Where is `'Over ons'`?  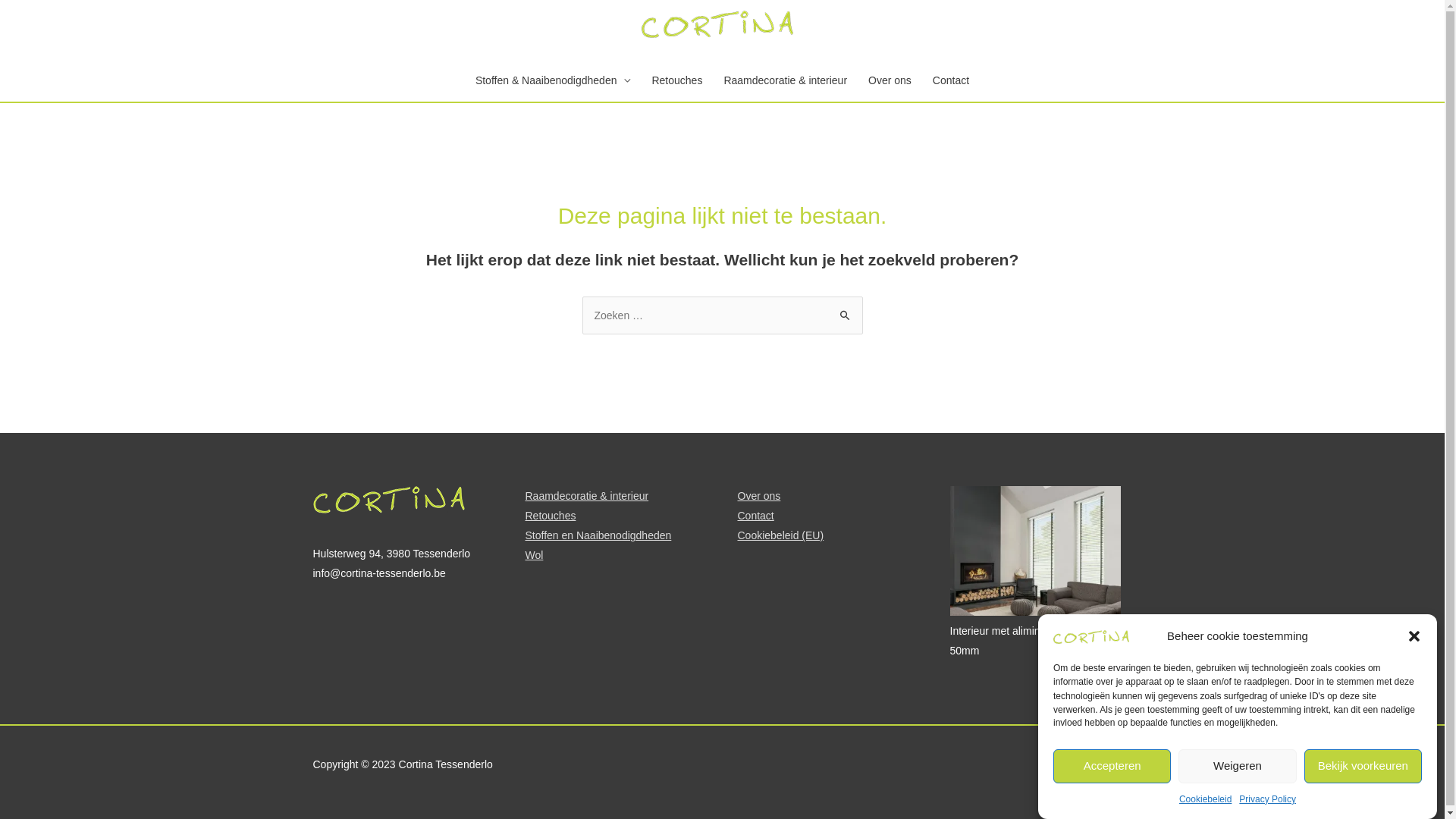 'Over ons' is located at coordinates (758, 496).